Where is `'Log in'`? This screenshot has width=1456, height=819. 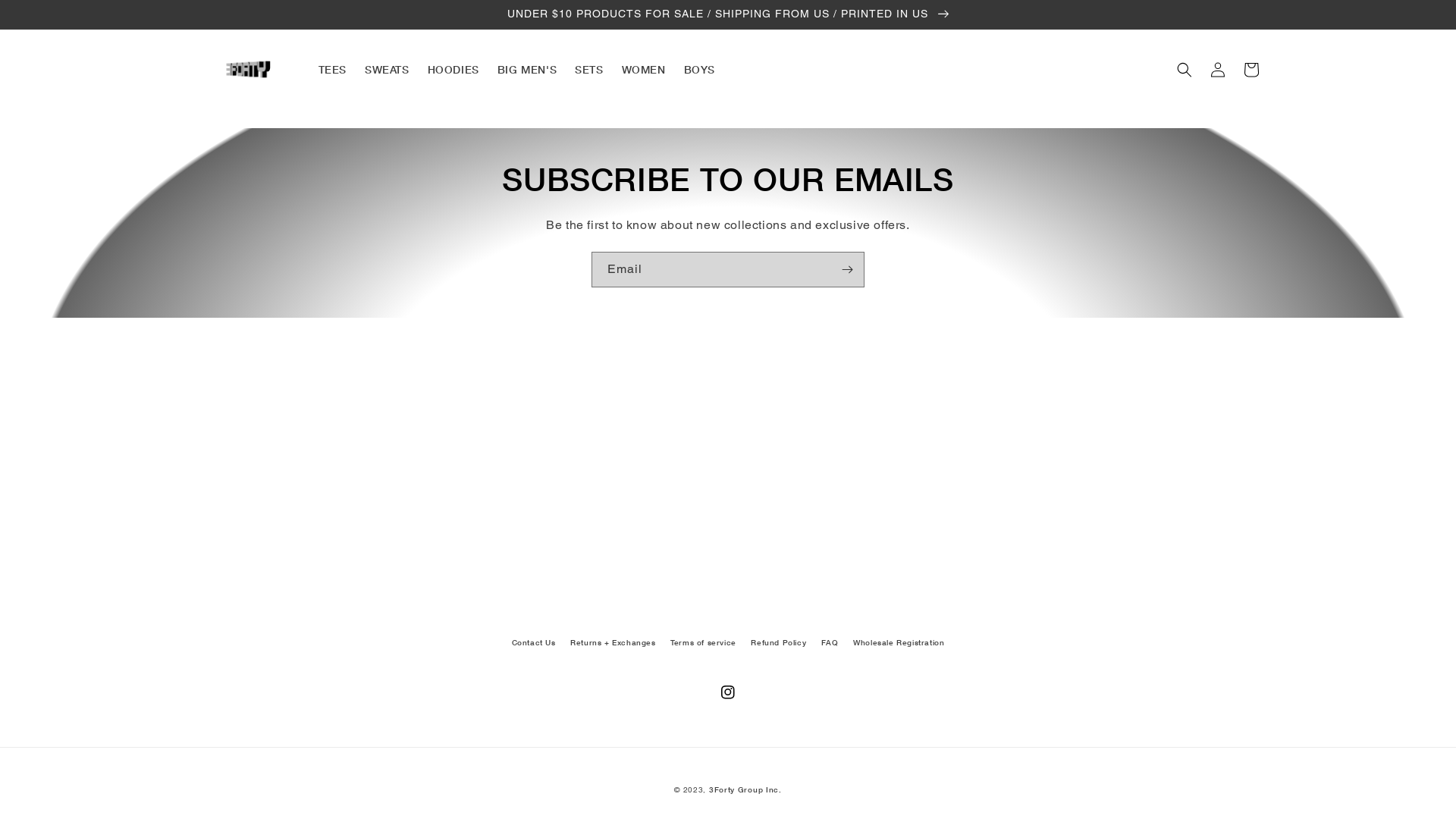 'Log in' is located at coordinates (1218, 70).